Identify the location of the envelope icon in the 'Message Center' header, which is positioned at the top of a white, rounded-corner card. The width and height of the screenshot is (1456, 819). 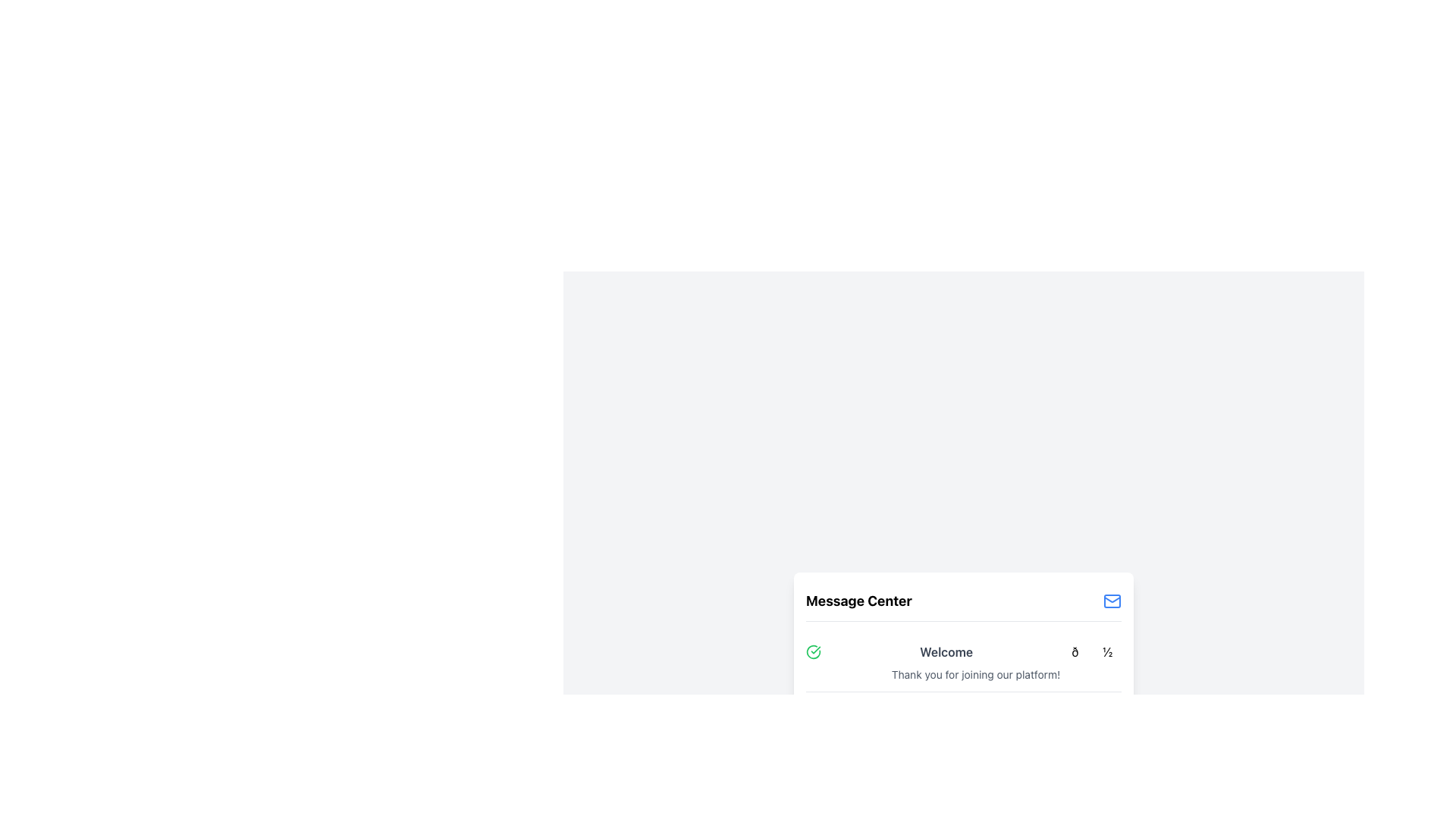
(963, 604).